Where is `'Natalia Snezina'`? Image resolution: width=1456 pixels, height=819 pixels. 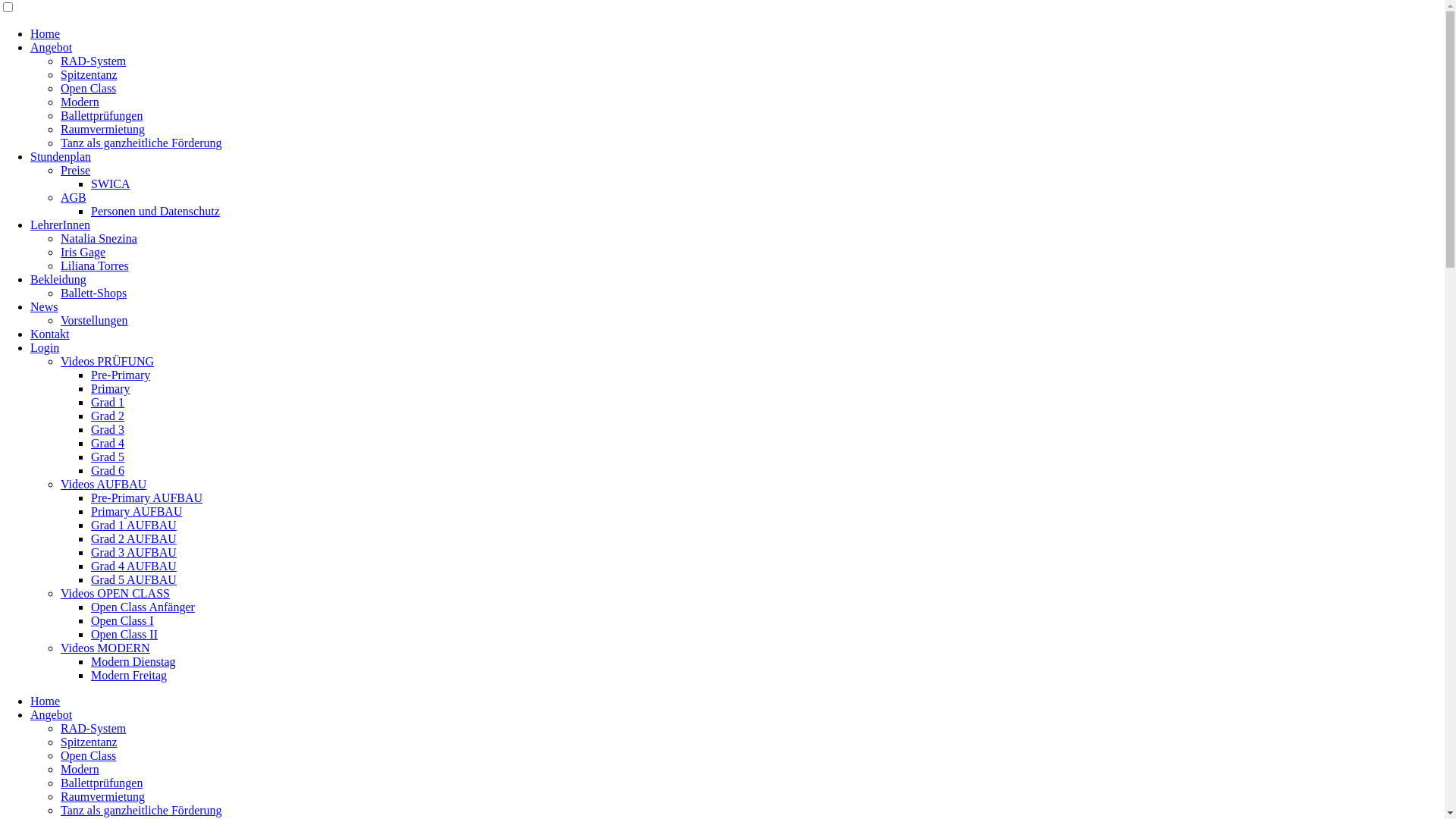
'Natalia Snezina' is located at coordinates (98, 238).